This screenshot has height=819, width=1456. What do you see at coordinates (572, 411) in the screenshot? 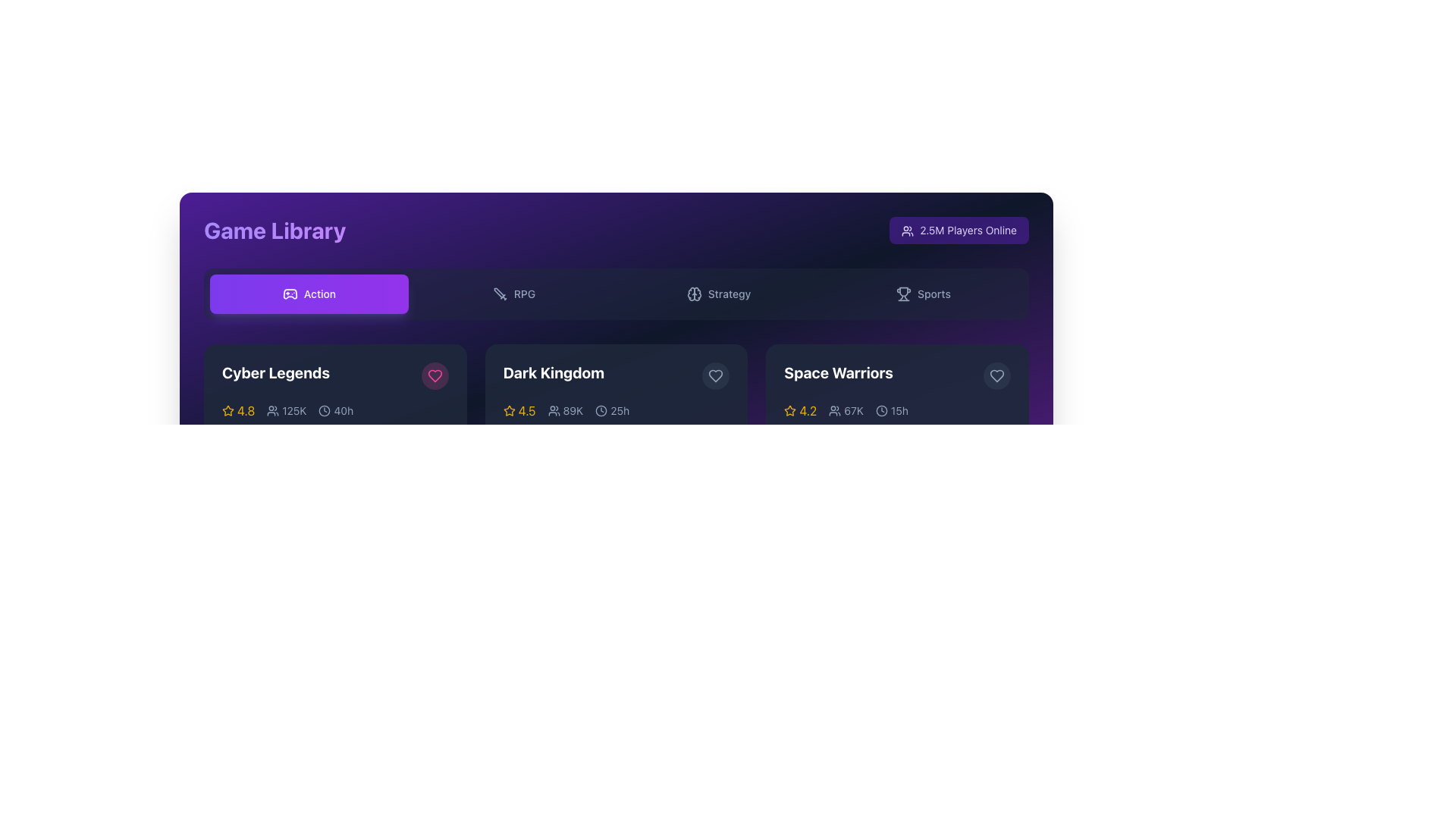
I see `the text label displaying the number of people associated with the game 'Dark Kingdom'` at bounding box center [572, 411].